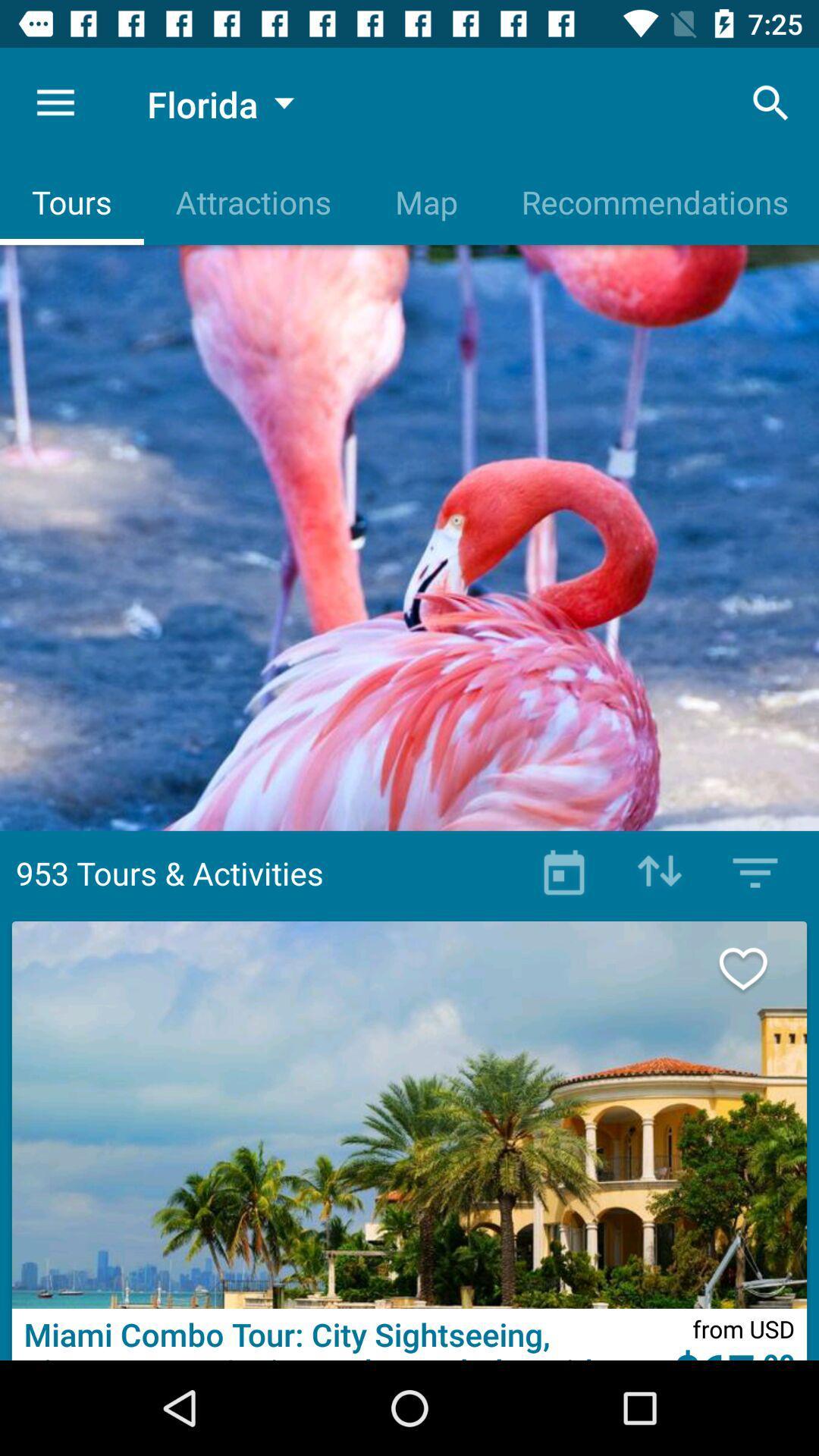 Image resolution: width=819 pixels, height=1456 pixels. What do you see at coordinates (759, 968) in the screenshot?
I see `see next` at bounding box center [759, 968].